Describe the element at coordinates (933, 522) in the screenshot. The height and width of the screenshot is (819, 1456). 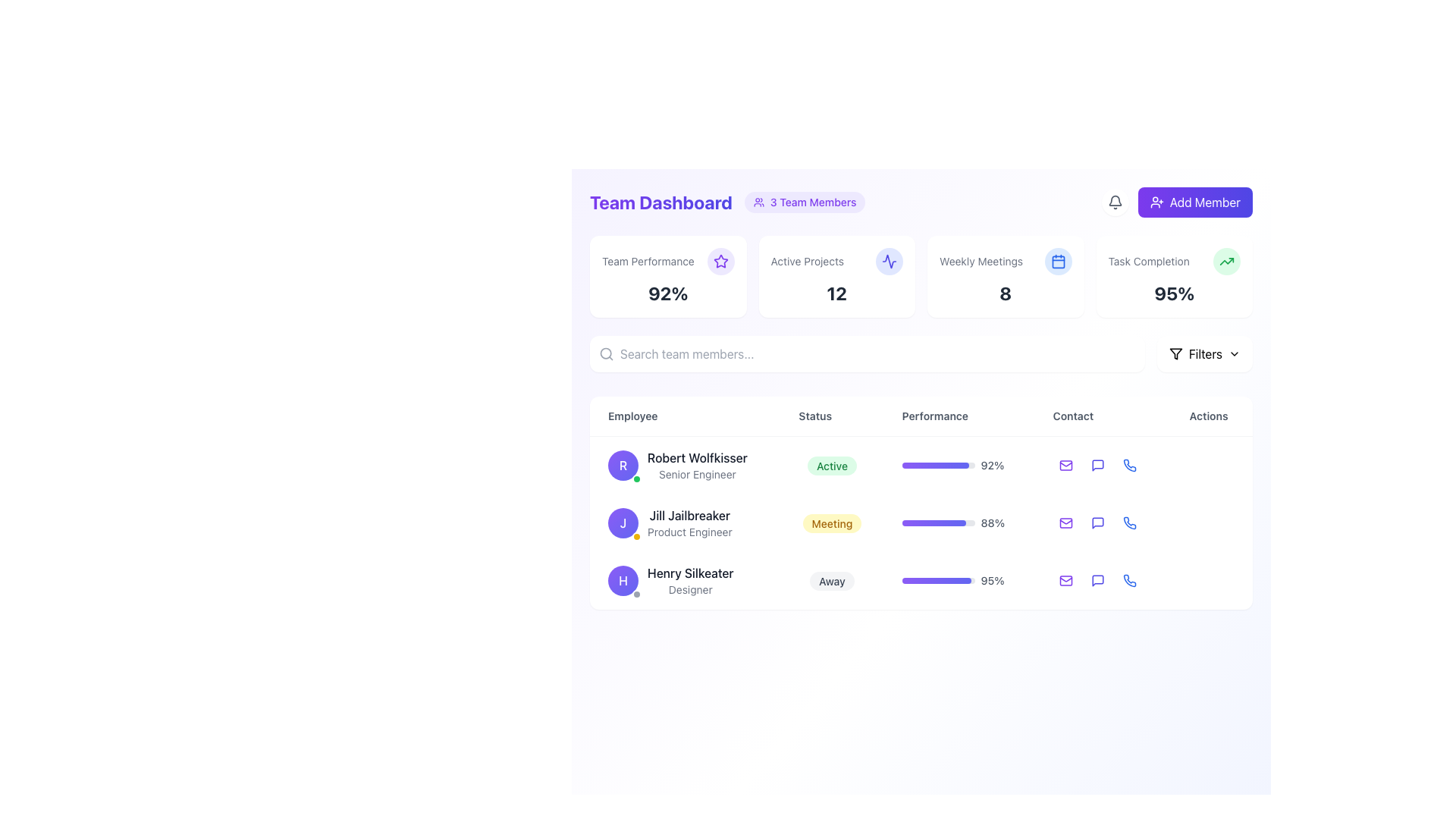
I see `the progress bar representing 88% completion for the row labeled 'Jill Jailbreaker' under the 'Performance' column in the table` at that location.